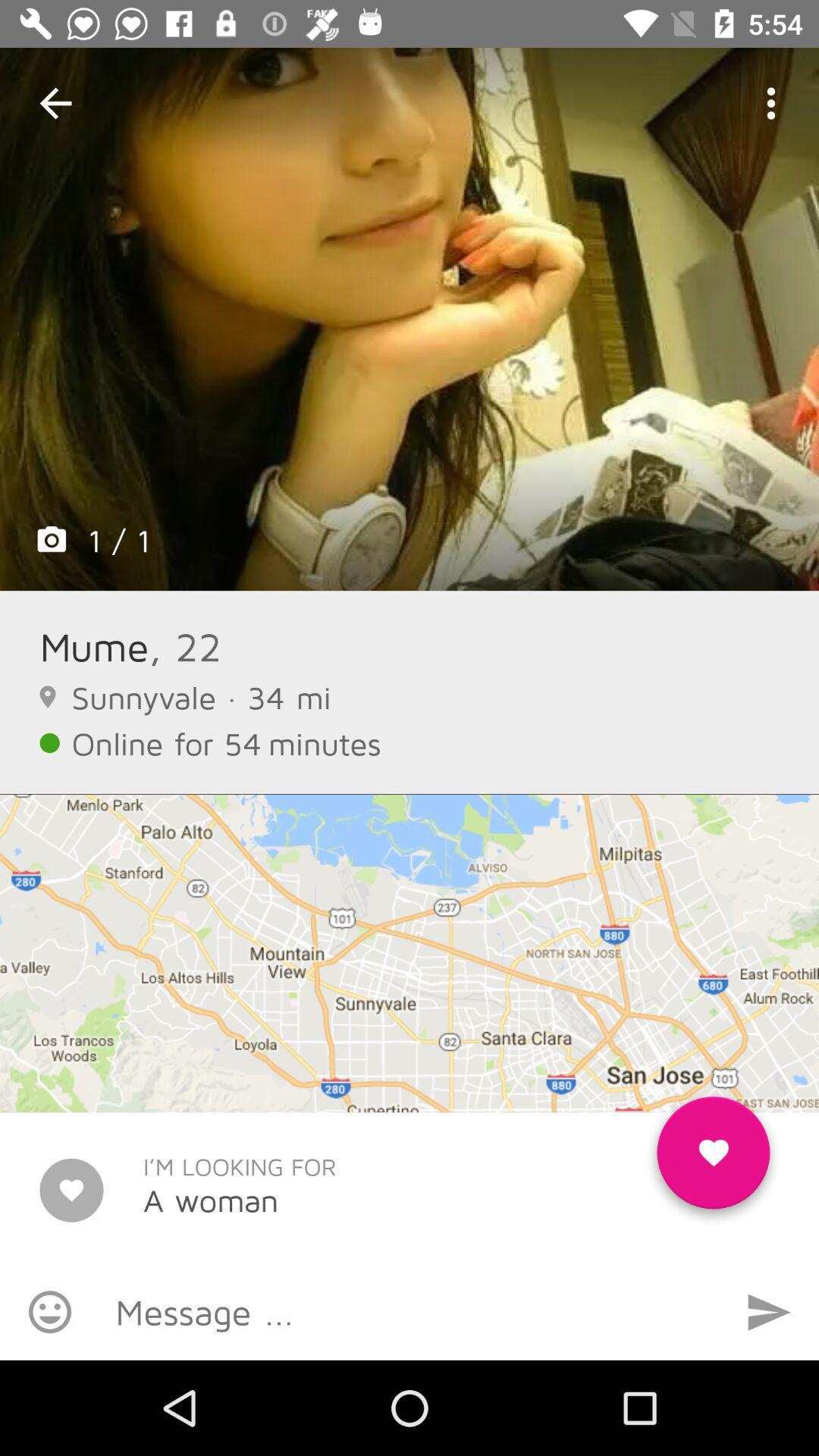  I want to click on write a message, so click(409, 1310).